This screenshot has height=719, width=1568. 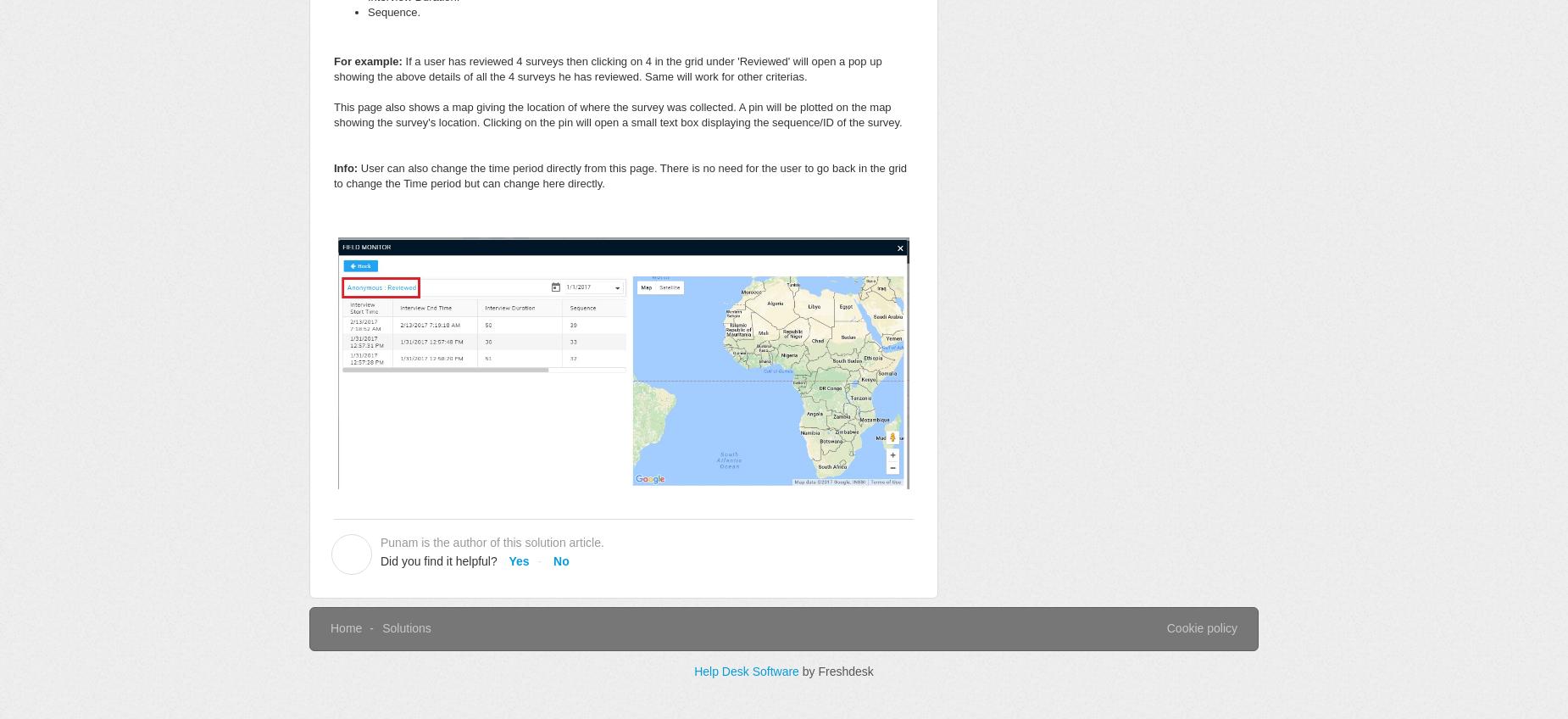 What do you see at coordinates (345, 627) in the screenshot?
I see `'Home'` at bounding box center [345, 627].